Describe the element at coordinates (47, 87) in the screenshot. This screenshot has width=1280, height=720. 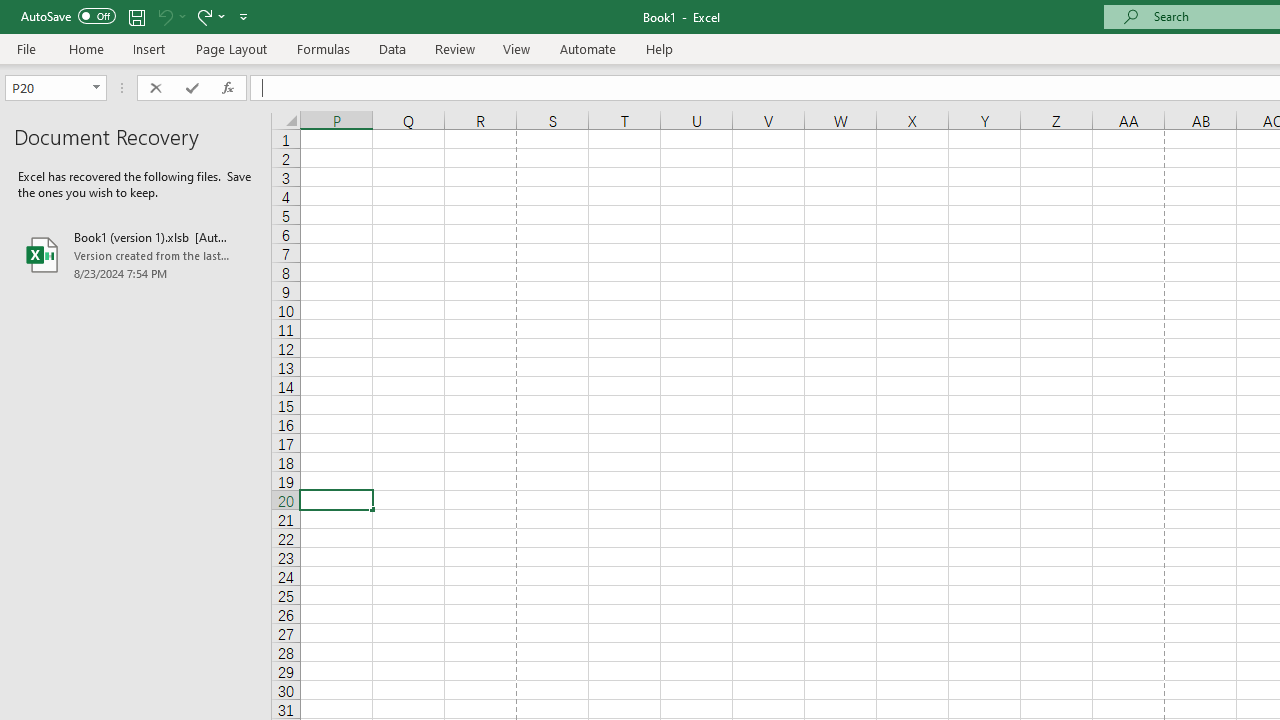
I see `'Name Box'` at that location.